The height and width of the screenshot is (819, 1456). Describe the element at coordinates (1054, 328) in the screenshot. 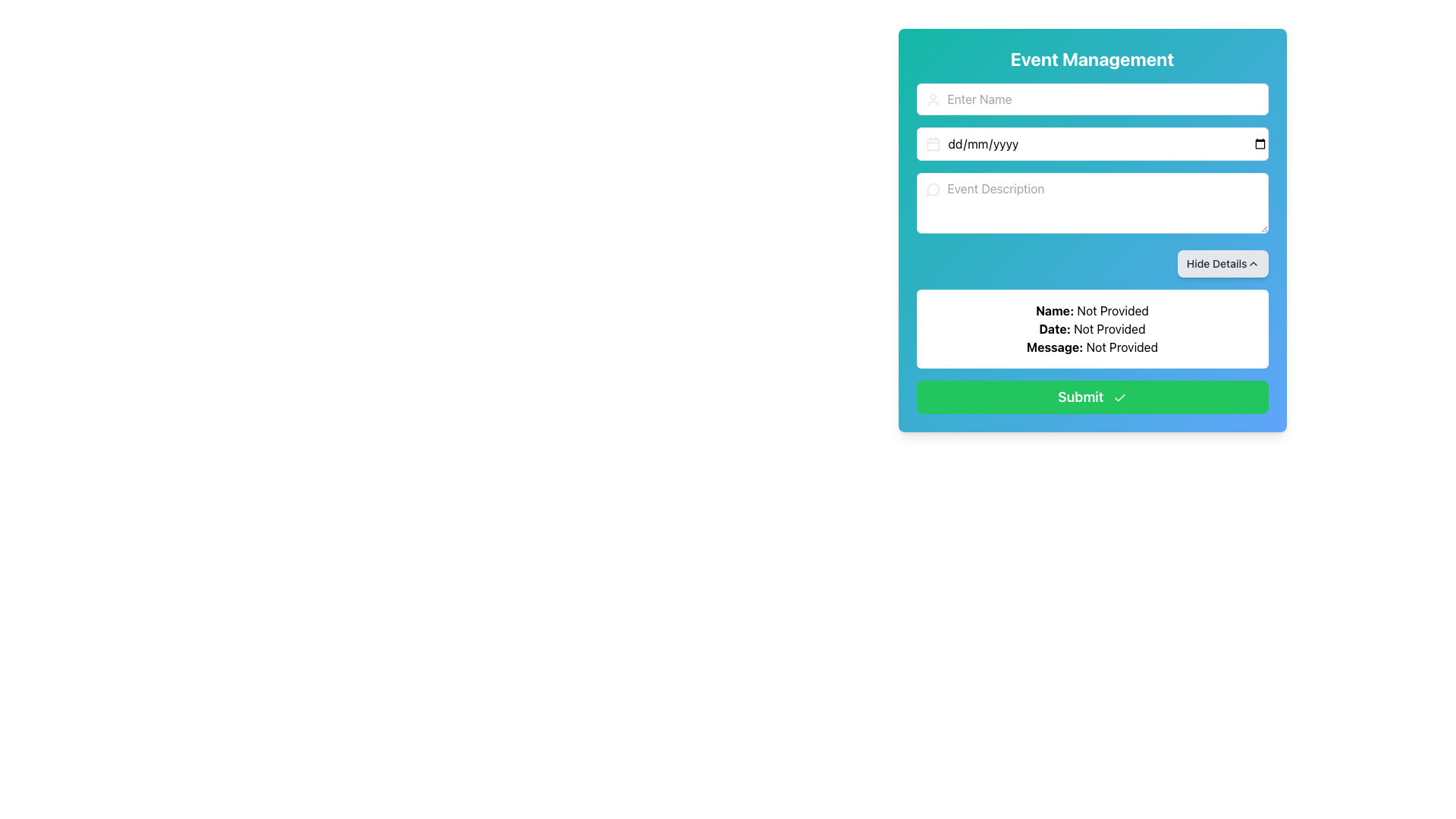

I see `the static text label that identifies the 'Date' information in the middle-lower part of the interface` at that location.